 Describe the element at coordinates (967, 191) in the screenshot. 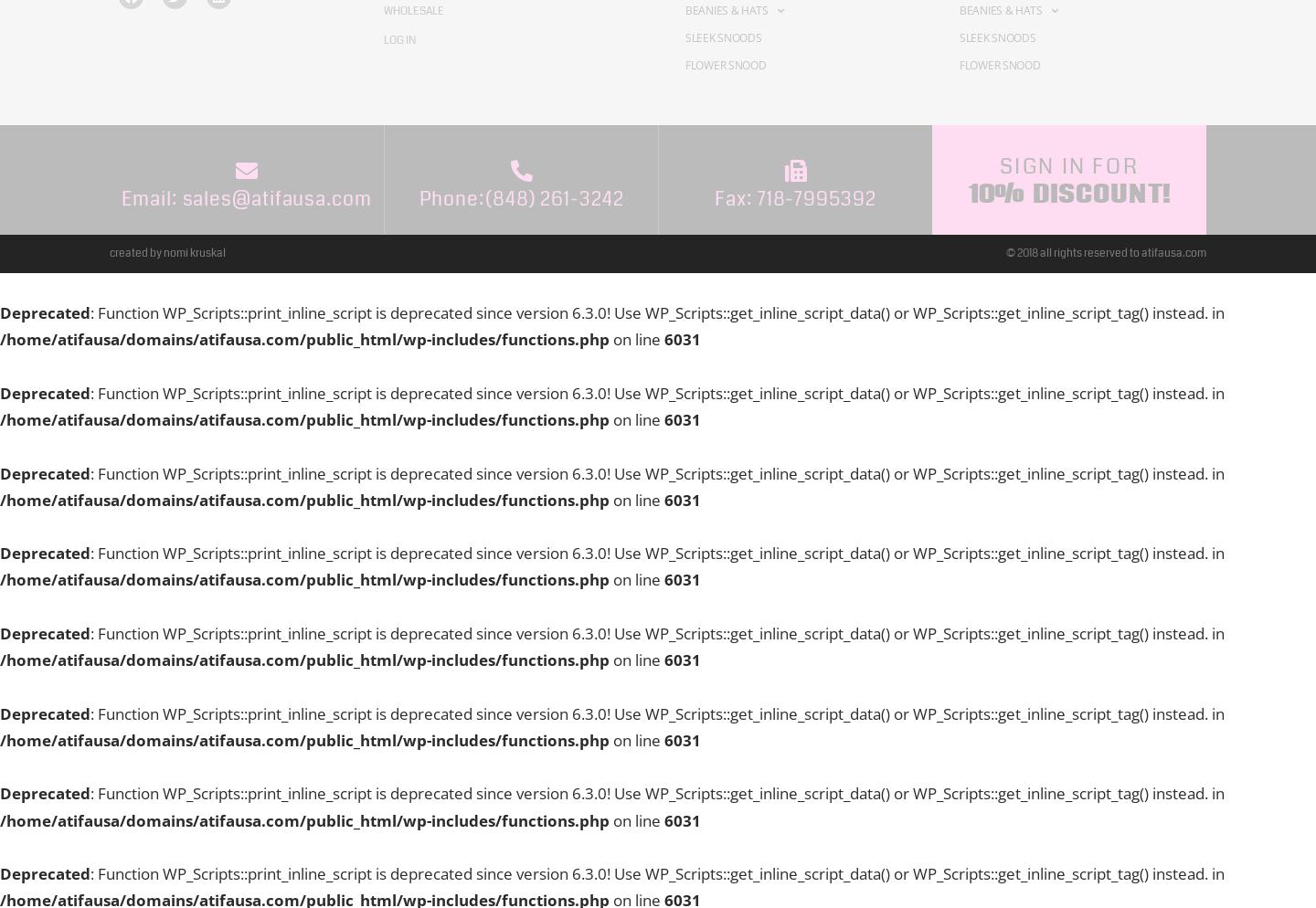

I see `'10% Discount!'` at that location.